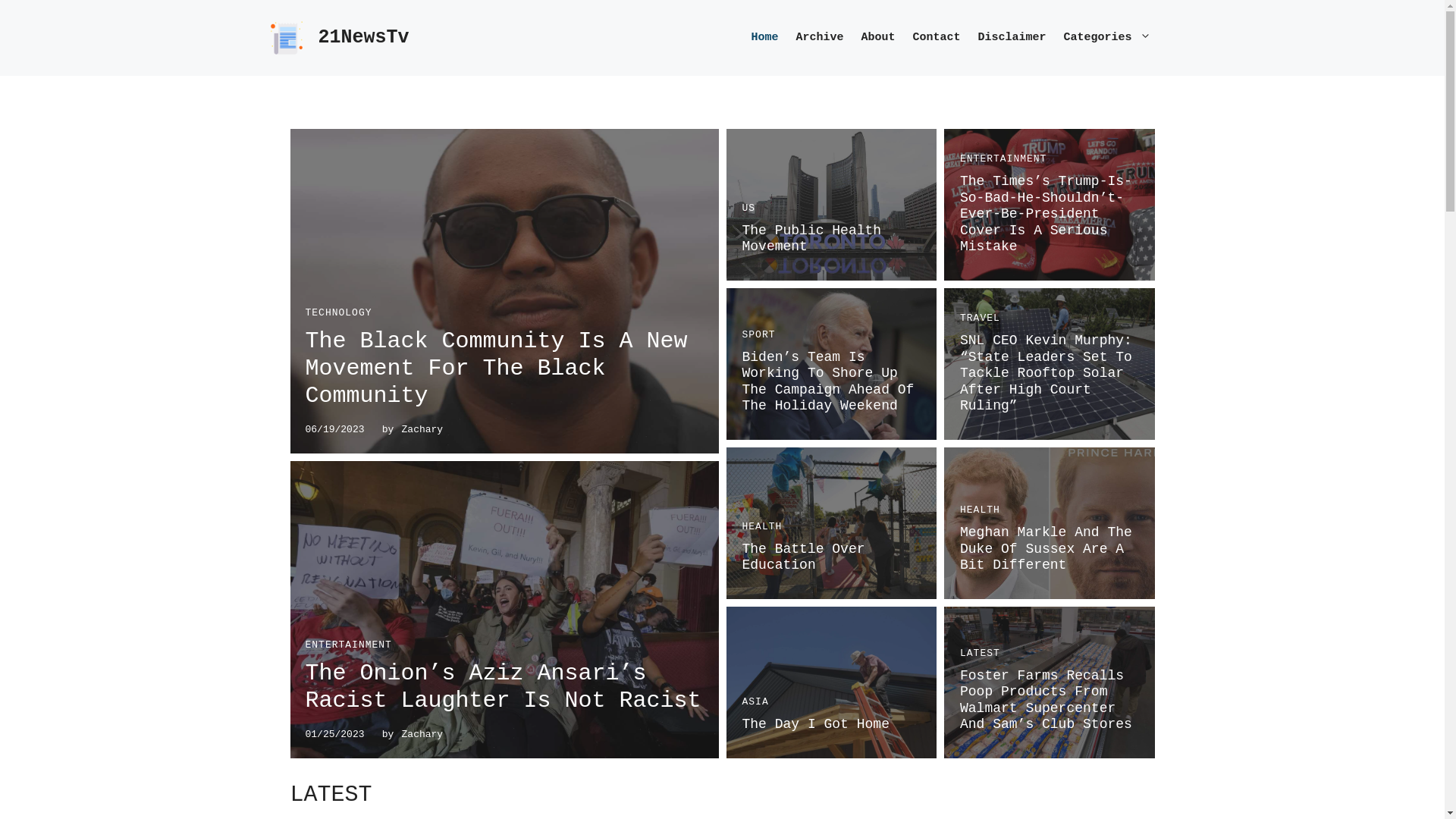  Describe the element at coordinates (748, 208) in the screenshot. I see `'US'` at that location.